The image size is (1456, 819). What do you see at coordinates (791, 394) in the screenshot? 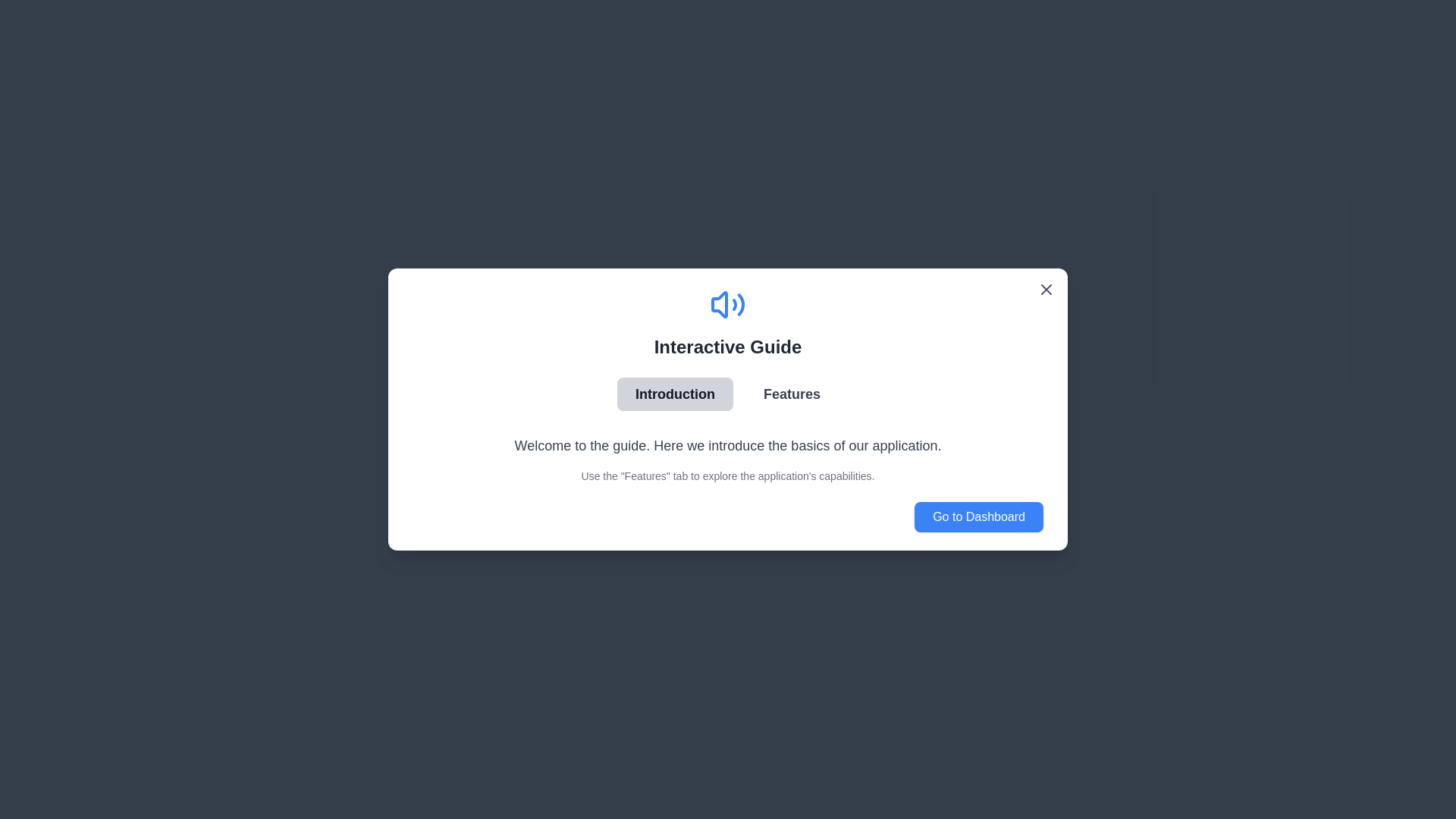
I see `the 'Features' button` at bounding box center [791, 394].